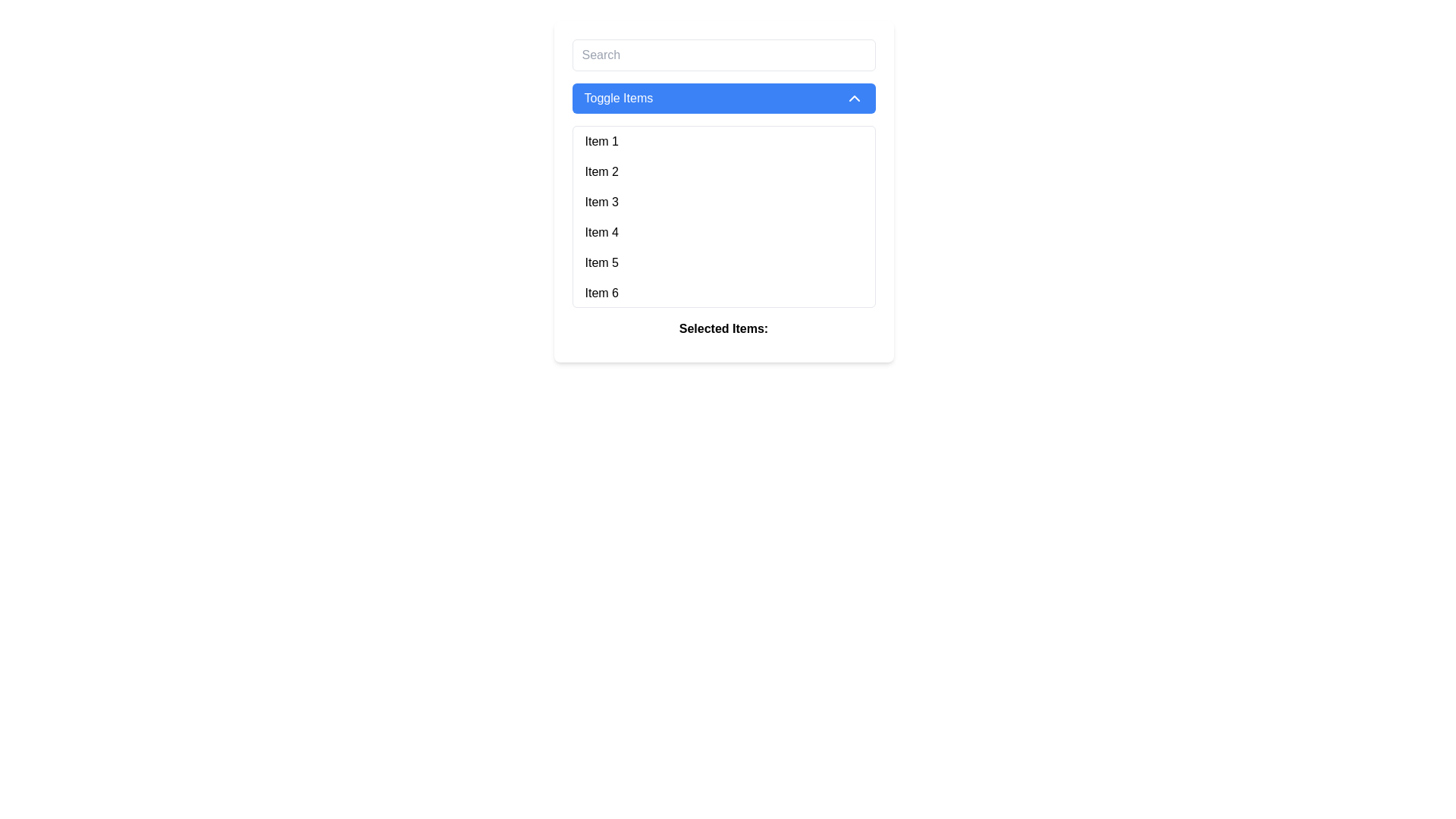  Describe the element at coordinates (723, 141) in the screenshot. I see `the first selectable list item located beneath the 'Toggle Items' button in the dropdown panel` at that location.